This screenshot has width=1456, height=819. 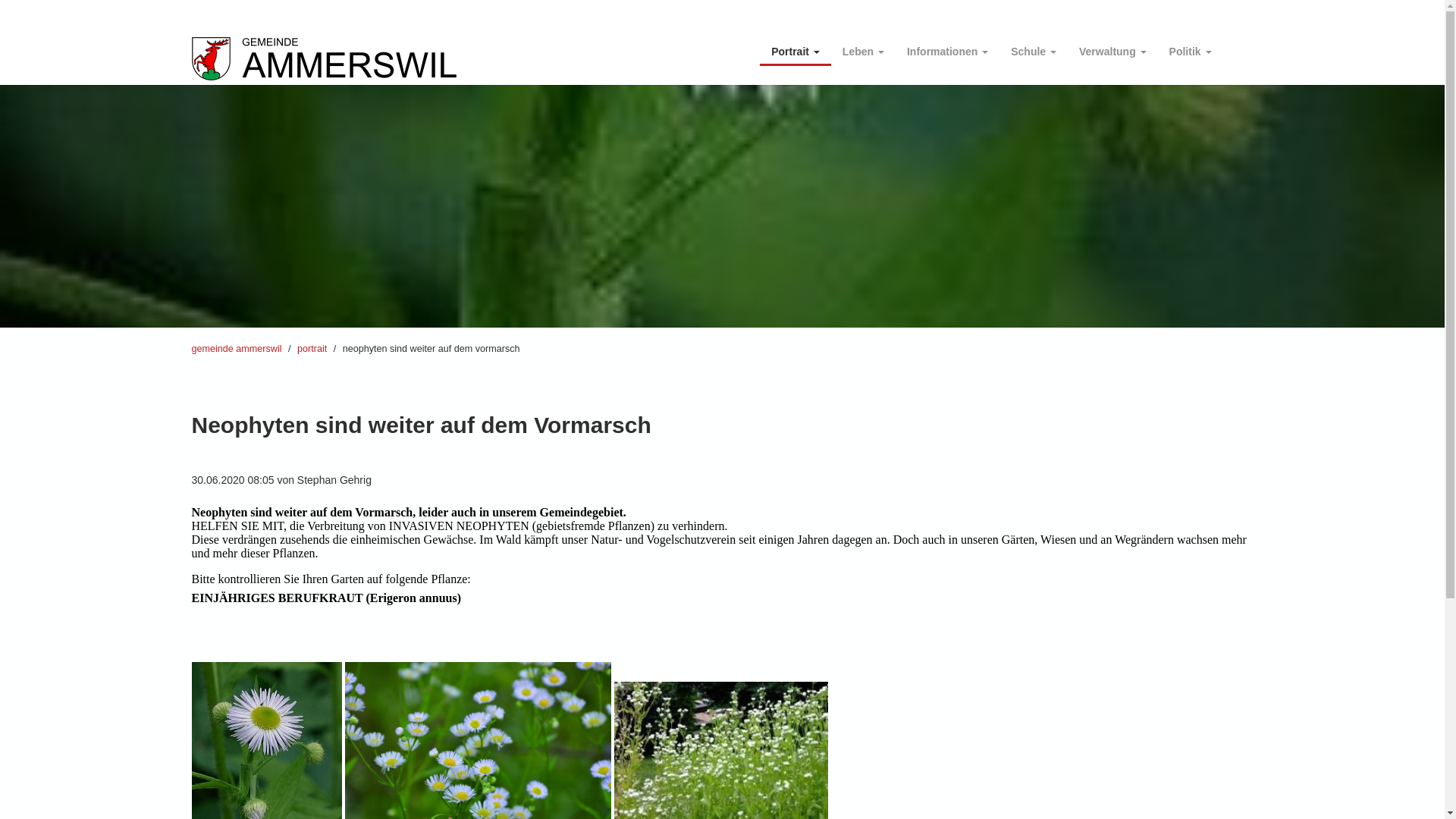 What do you see at coordinates (311, 348) in the screenshot?
I see `'portrait'` at bounding box center [311, 348].